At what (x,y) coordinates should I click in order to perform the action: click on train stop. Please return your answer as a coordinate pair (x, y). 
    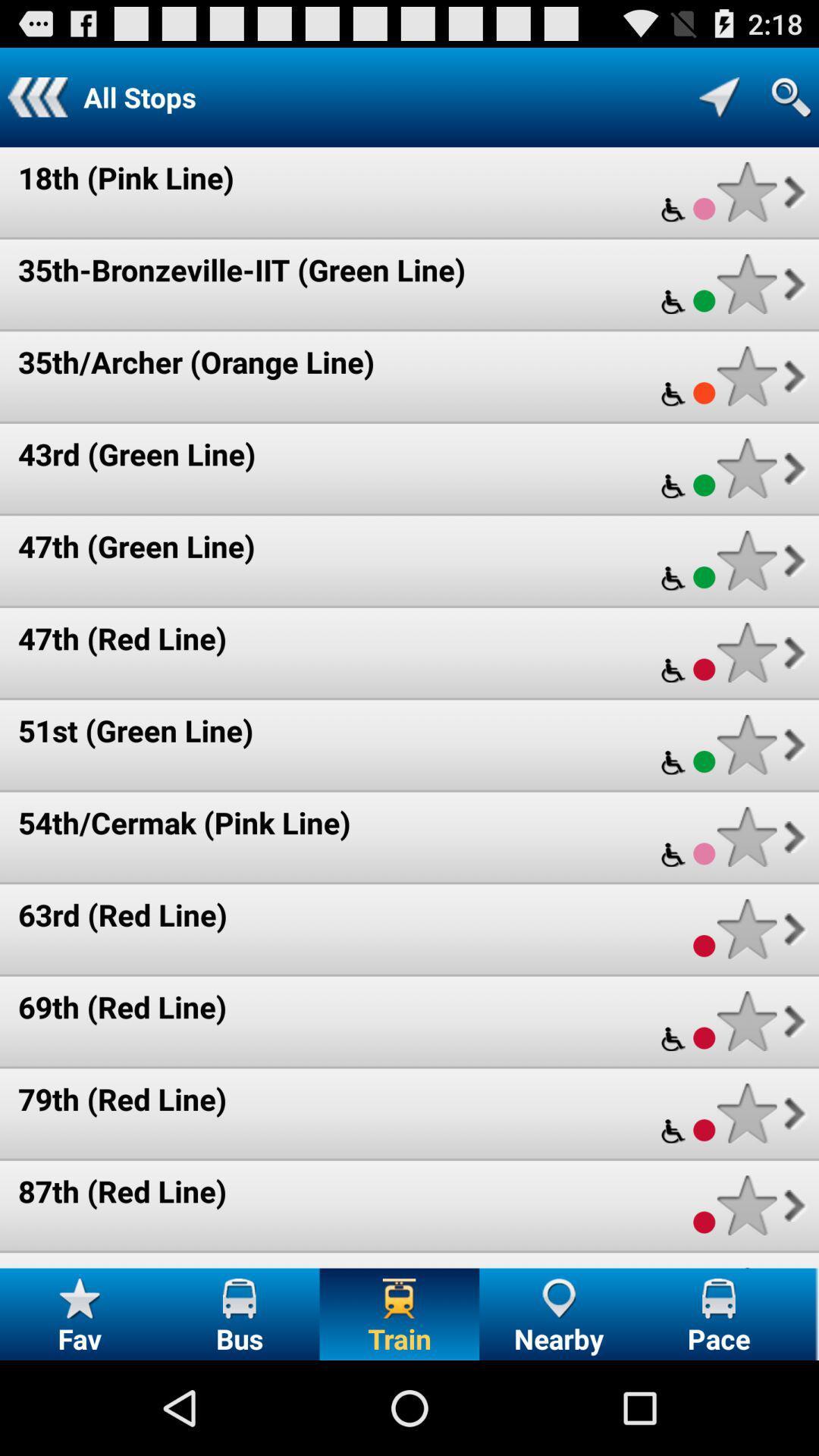
    Looking at the image, I should click on (746, 1113).